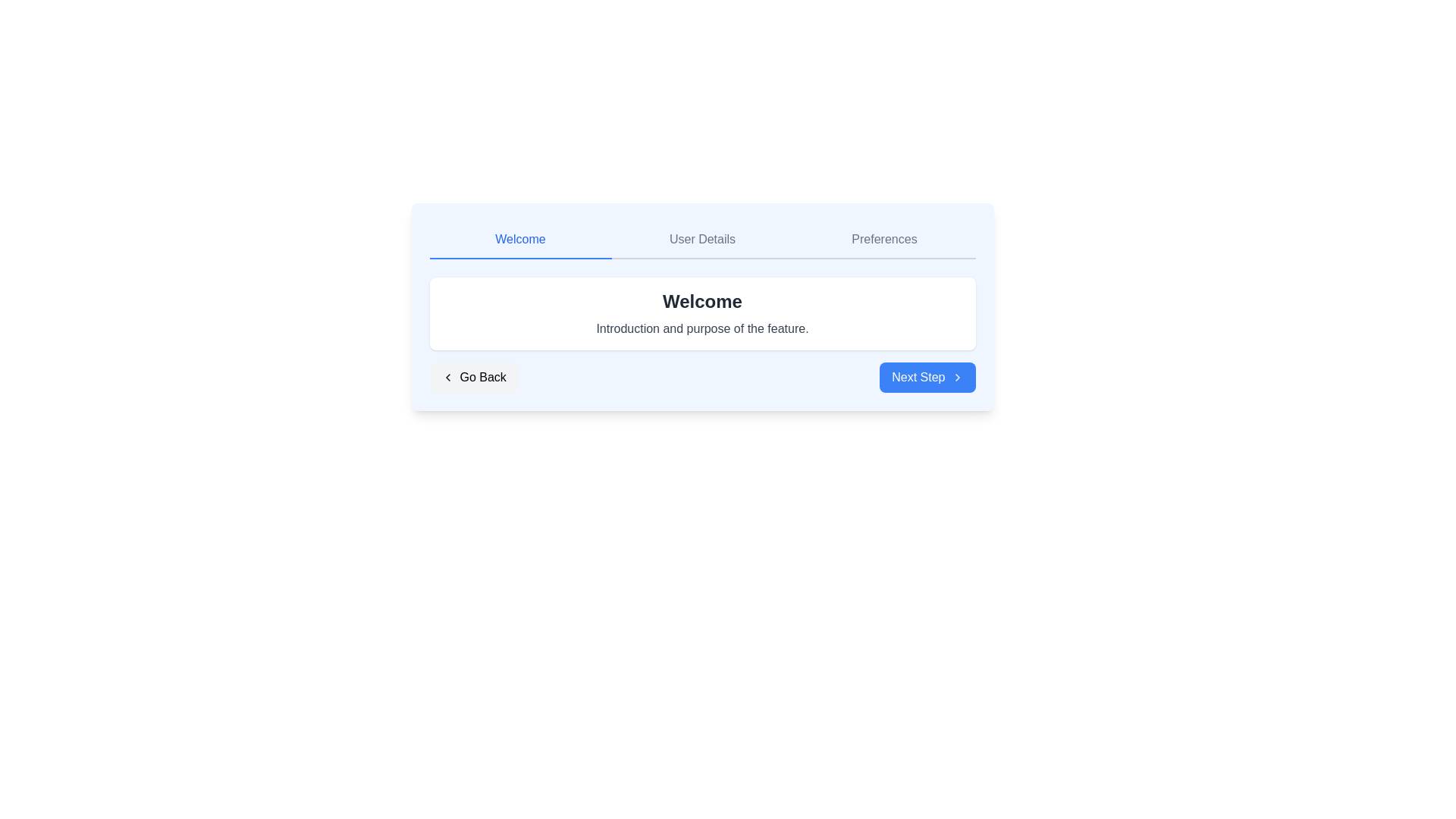 The width and height of the screenshot is (1456, 819). Describe the element at coordinates (701, 239) in the screenshot. I see `the 'User Details' tab, which is the second tab in a row of three, positioned between 'Welcome' and 'Preferences'` at that location.